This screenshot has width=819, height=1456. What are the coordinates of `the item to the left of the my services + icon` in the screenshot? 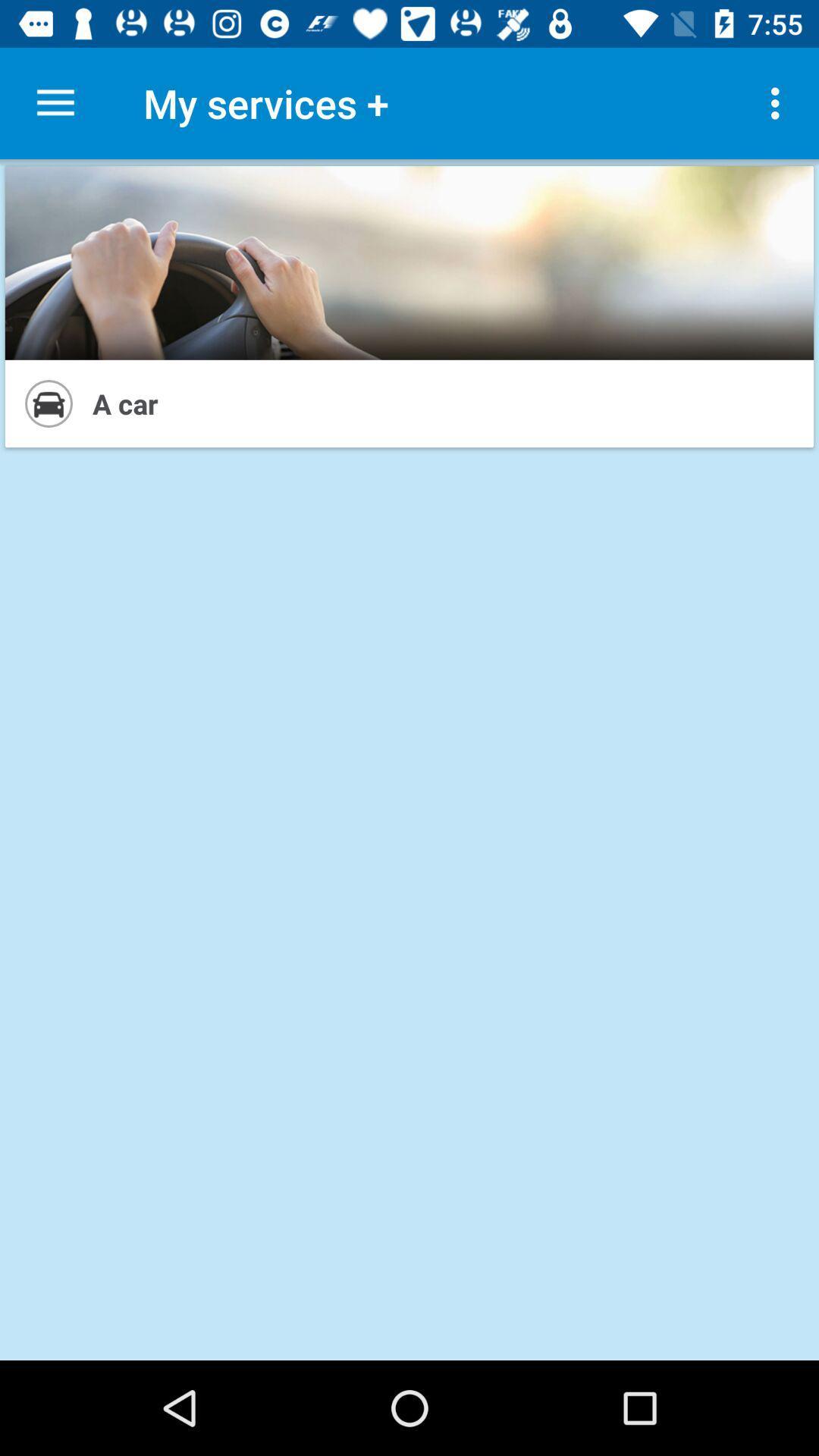 It's located at (55, 102).